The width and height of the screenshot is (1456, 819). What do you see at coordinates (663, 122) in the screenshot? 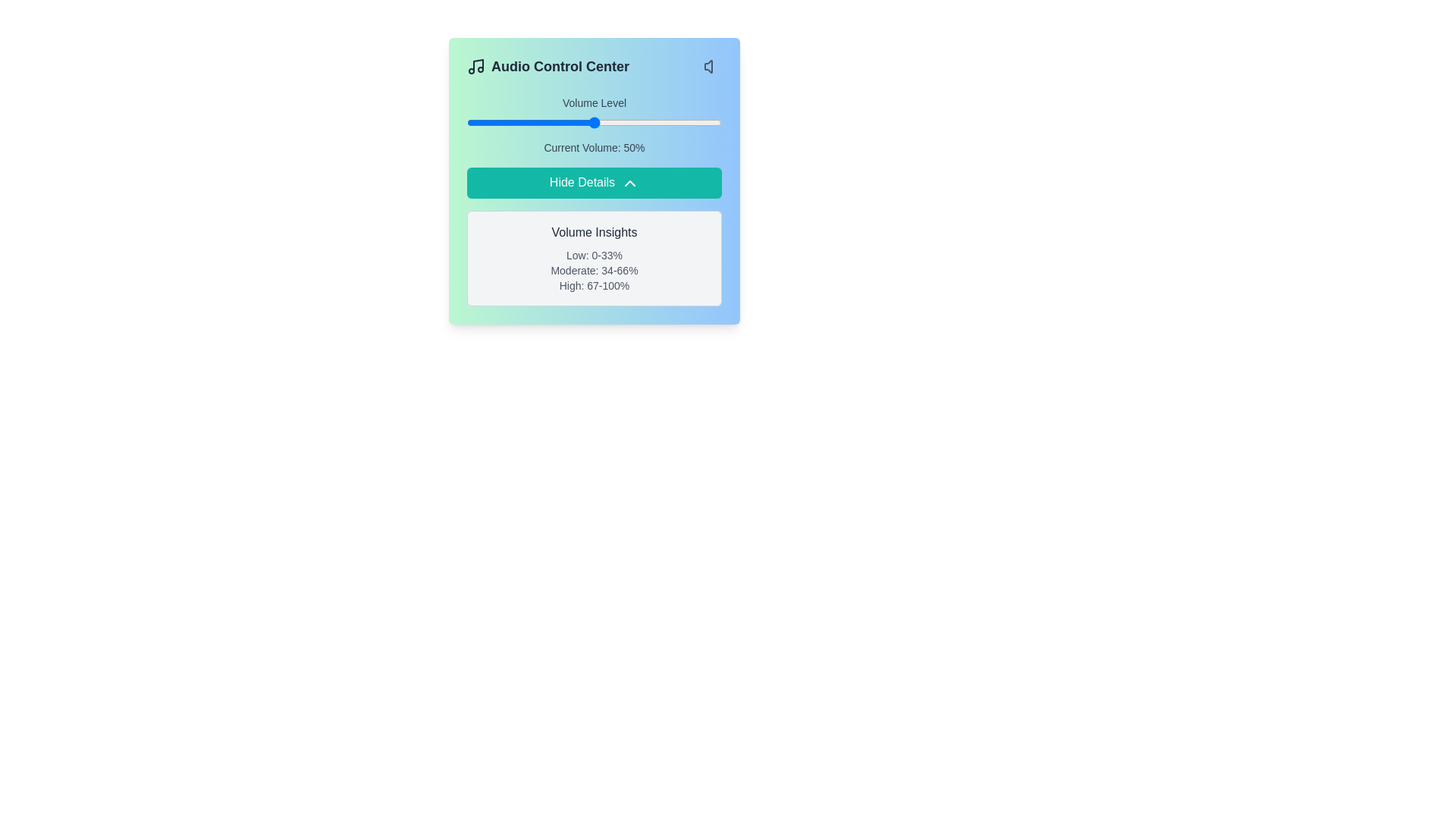
I see `the volume slider to set the volume to 77%` at bounding box center [663, 122].